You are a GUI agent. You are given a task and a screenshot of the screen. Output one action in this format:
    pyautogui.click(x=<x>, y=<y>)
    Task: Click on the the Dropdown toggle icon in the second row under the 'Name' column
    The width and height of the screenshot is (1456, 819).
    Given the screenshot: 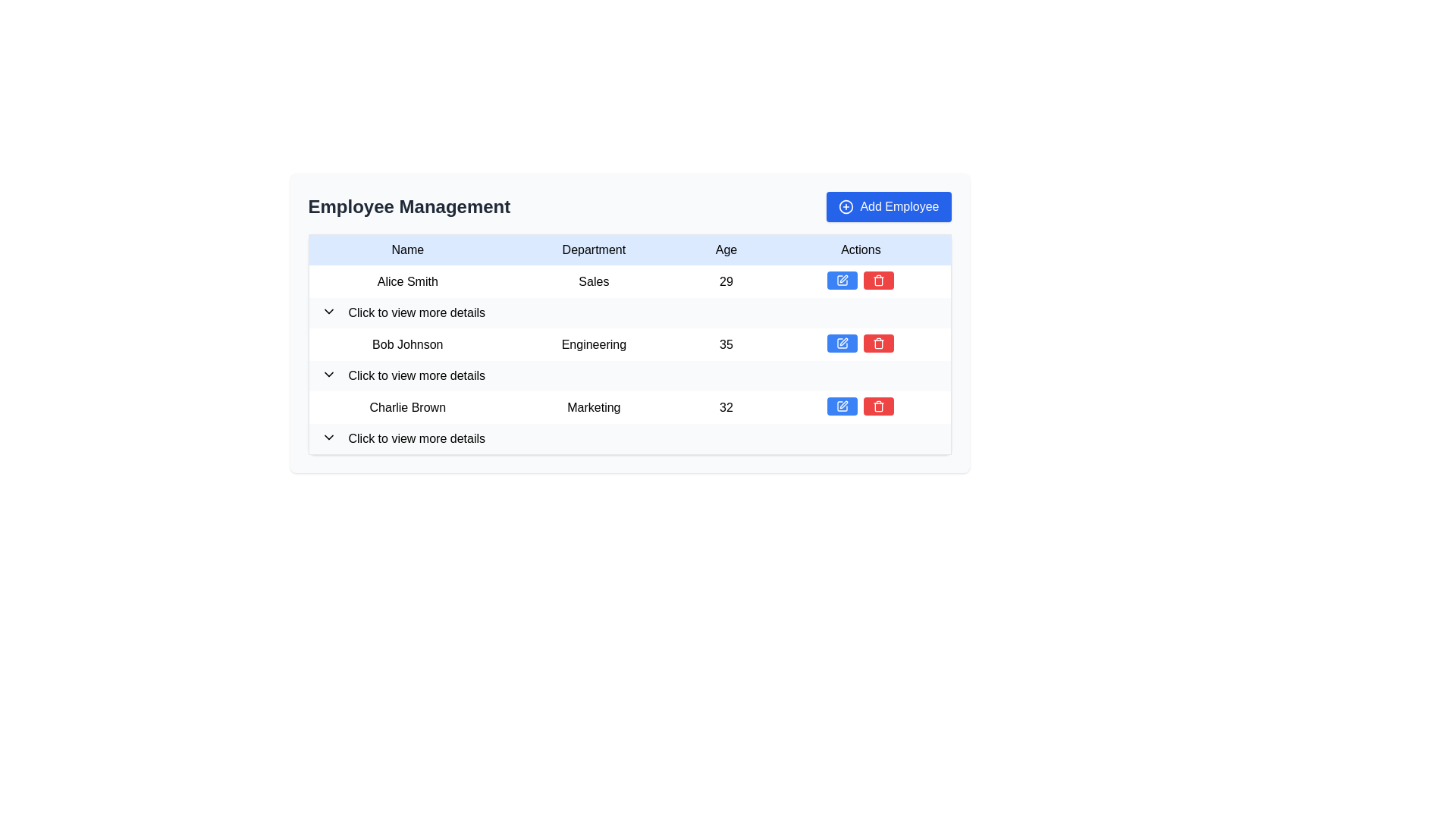 What is the action you would take?
    pyautogui.click(x=328, y=374)
    